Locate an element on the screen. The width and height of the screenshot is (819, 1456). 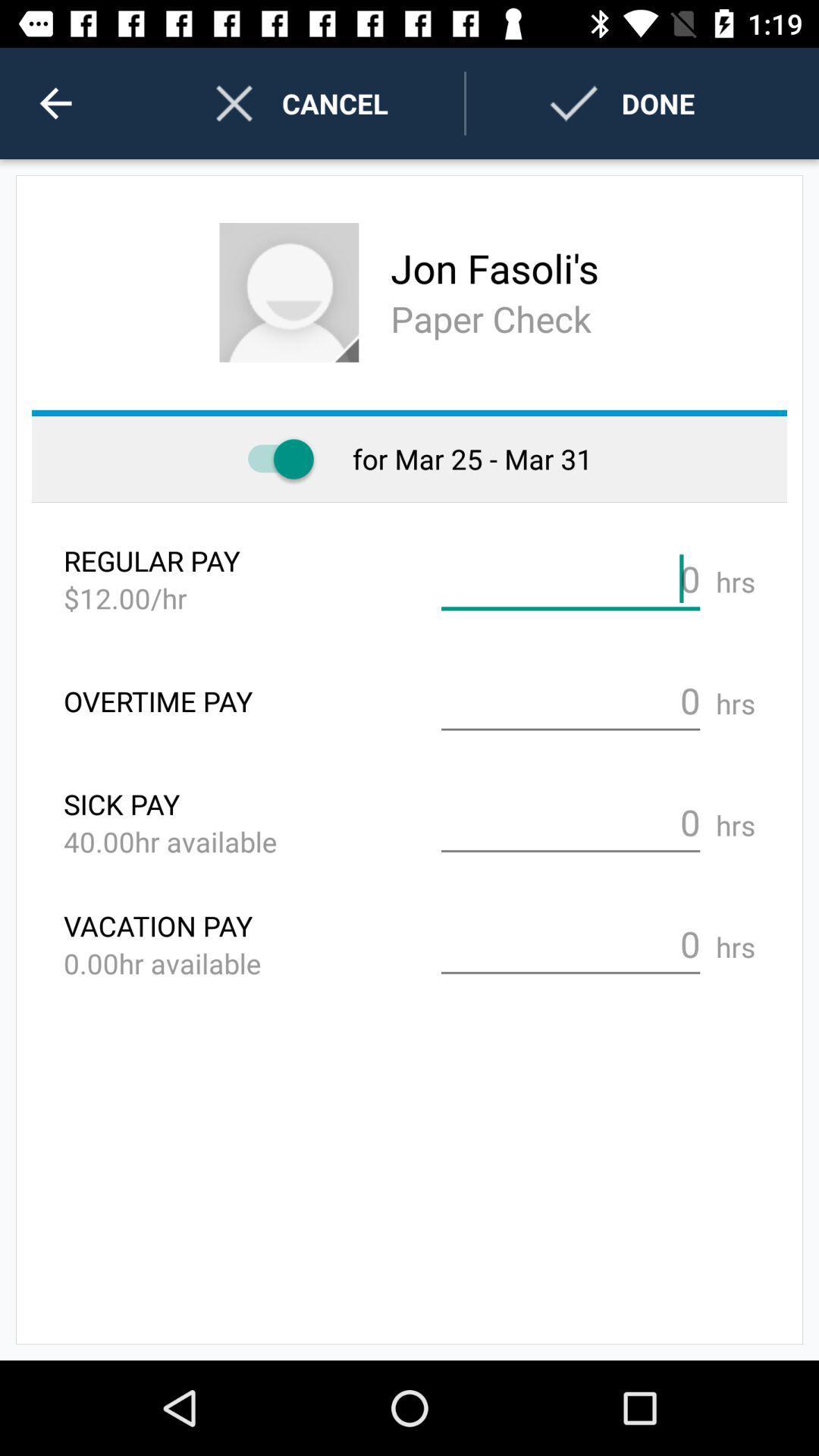
item to the left of the jon fasoli's item is located at coordinates (289, 292).